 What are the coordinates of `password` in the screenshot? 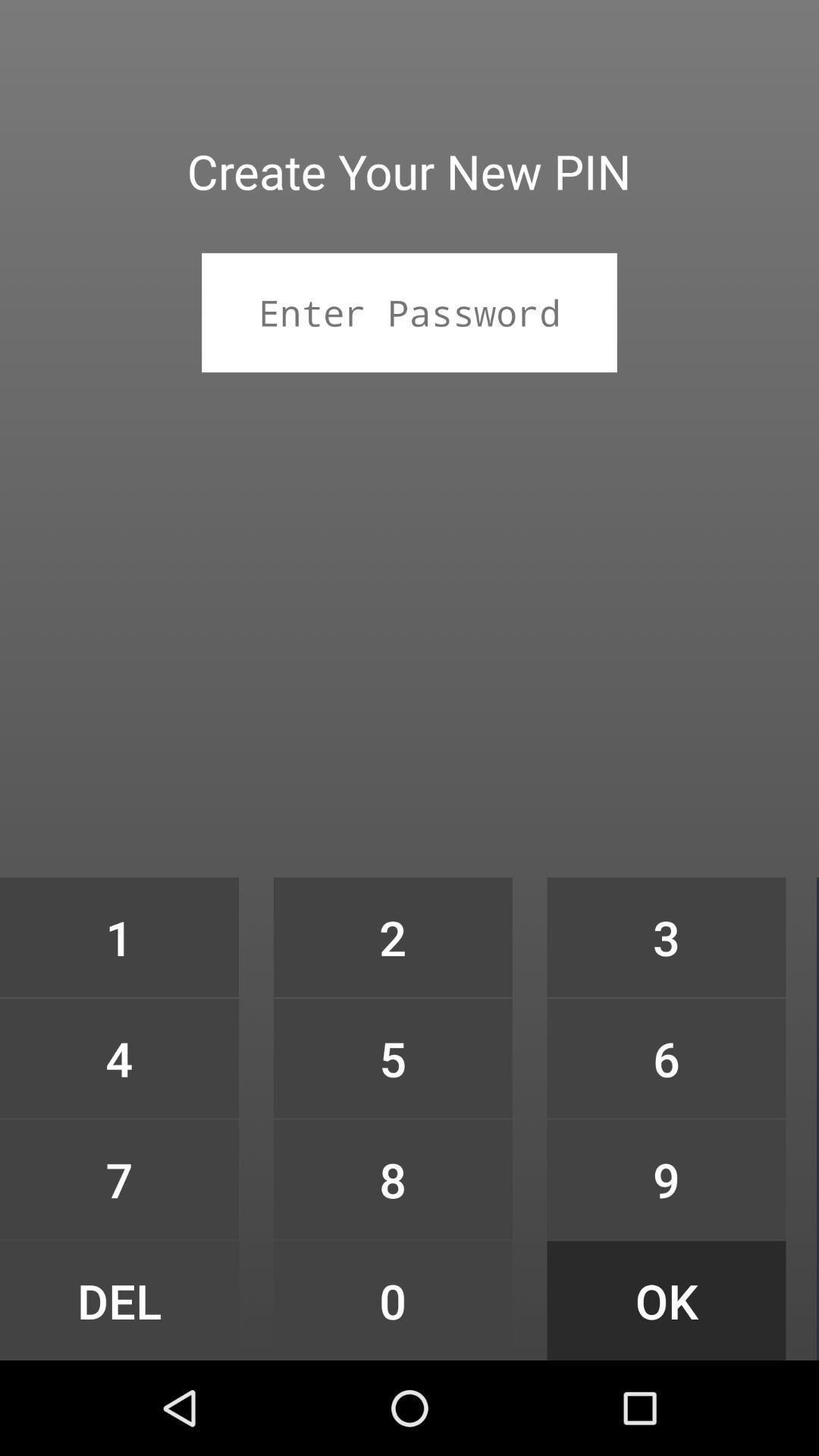 It's located at (409, 312).